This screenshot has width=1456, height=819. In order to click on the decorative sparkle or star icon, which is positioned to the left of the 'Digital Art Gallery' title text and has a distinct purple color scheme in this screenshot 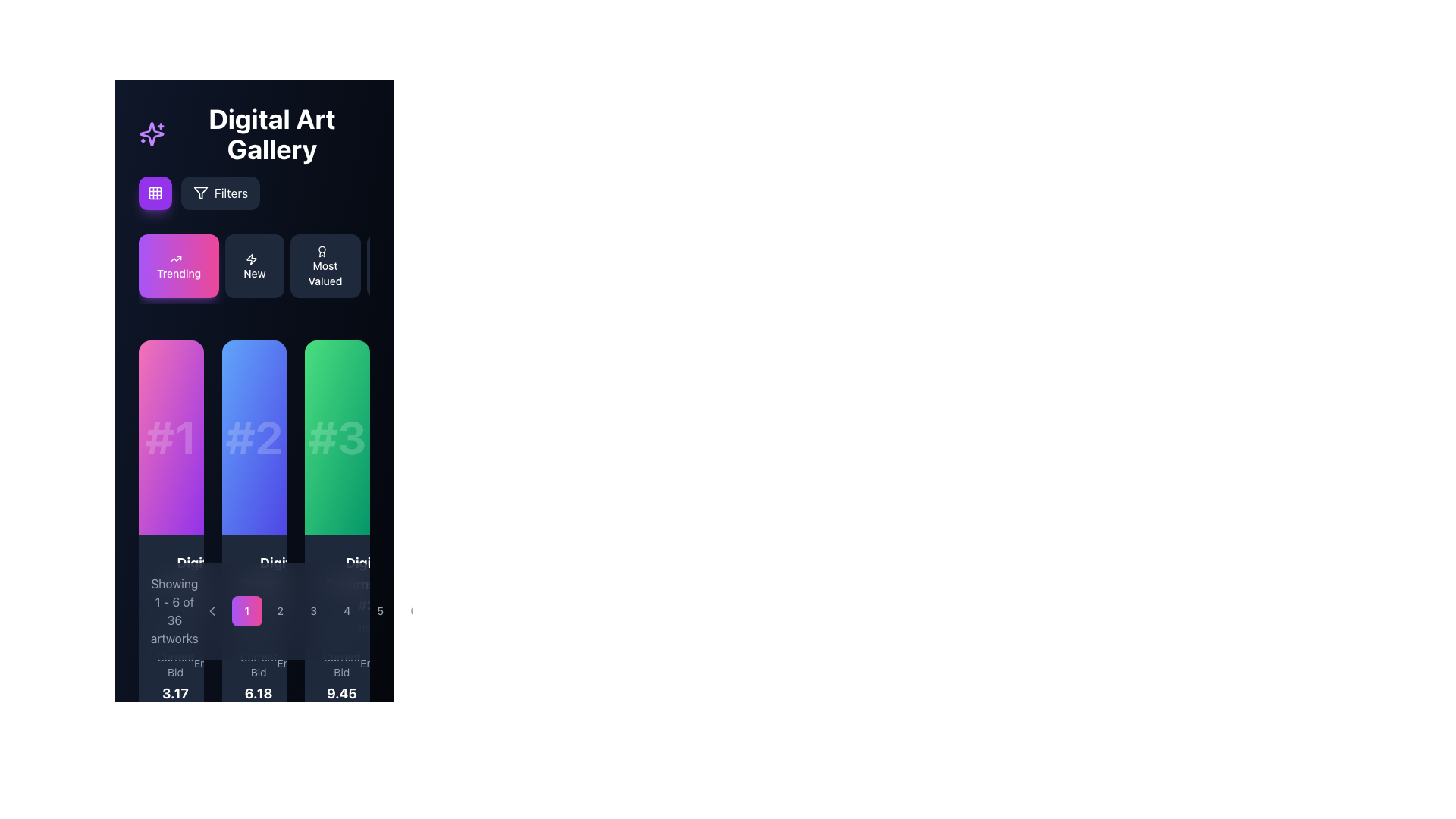, I will do `click(152, 133)`.